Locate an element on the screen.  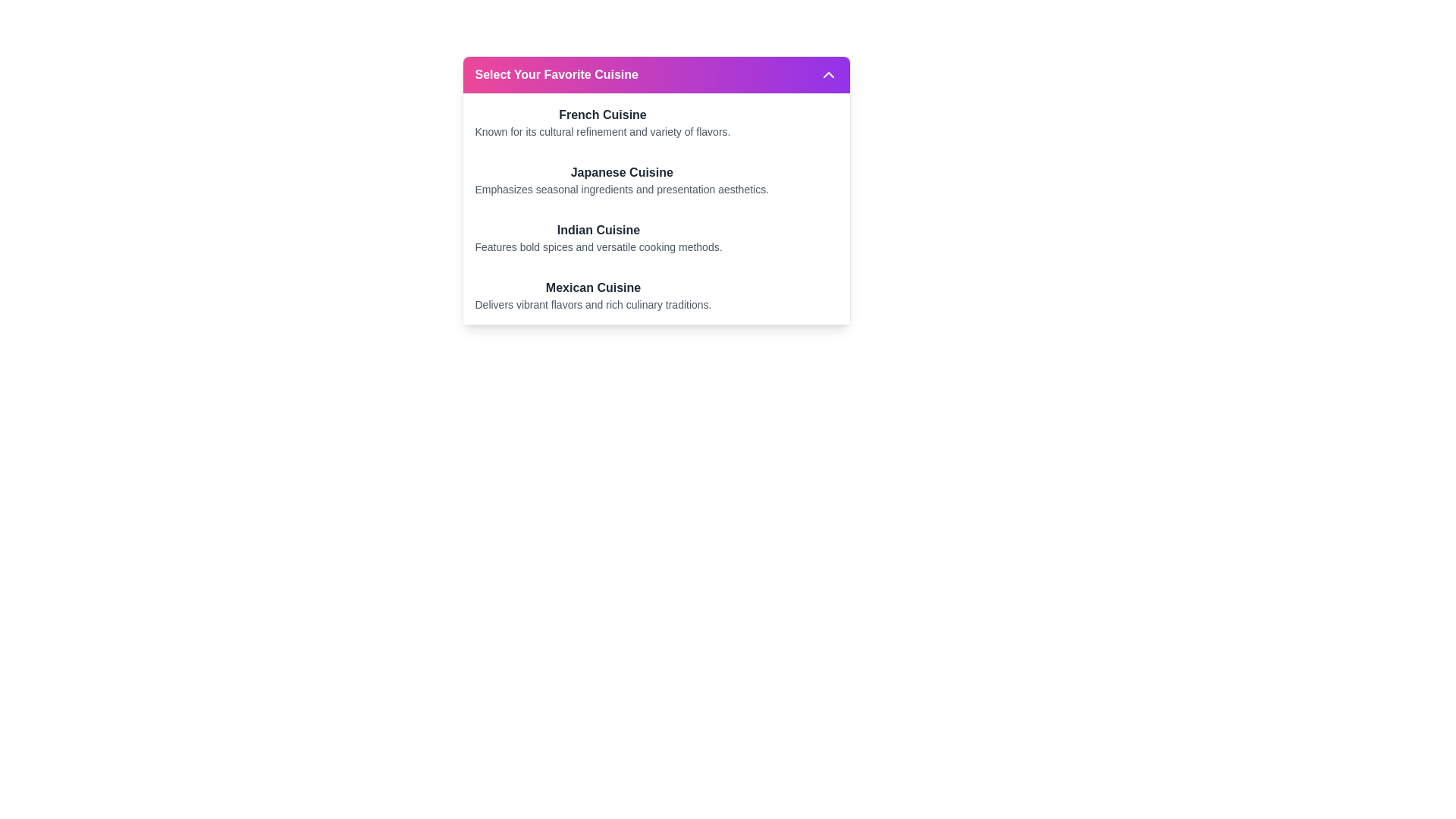
the list item titled 'French Cuisine', which is the first item in the dropdown-like structure below the header 'Select Your Favorite Cuisine' is located at coordinates (656, 122).